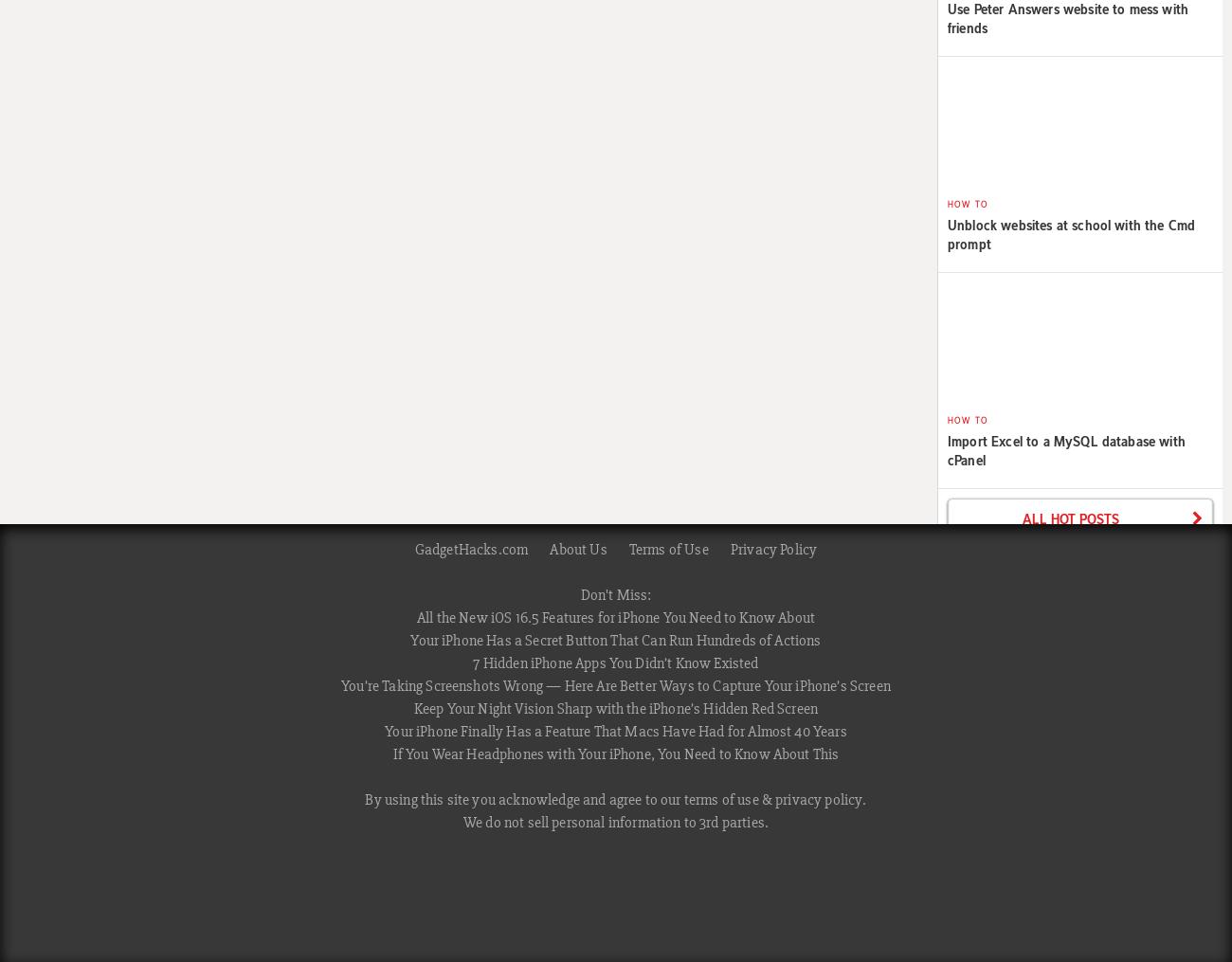 Image resolution: width=1232 pixels, height=962 pixels. Describe the element at coordinates (862, 799) in the screenshot. I see `'.'` at that location.